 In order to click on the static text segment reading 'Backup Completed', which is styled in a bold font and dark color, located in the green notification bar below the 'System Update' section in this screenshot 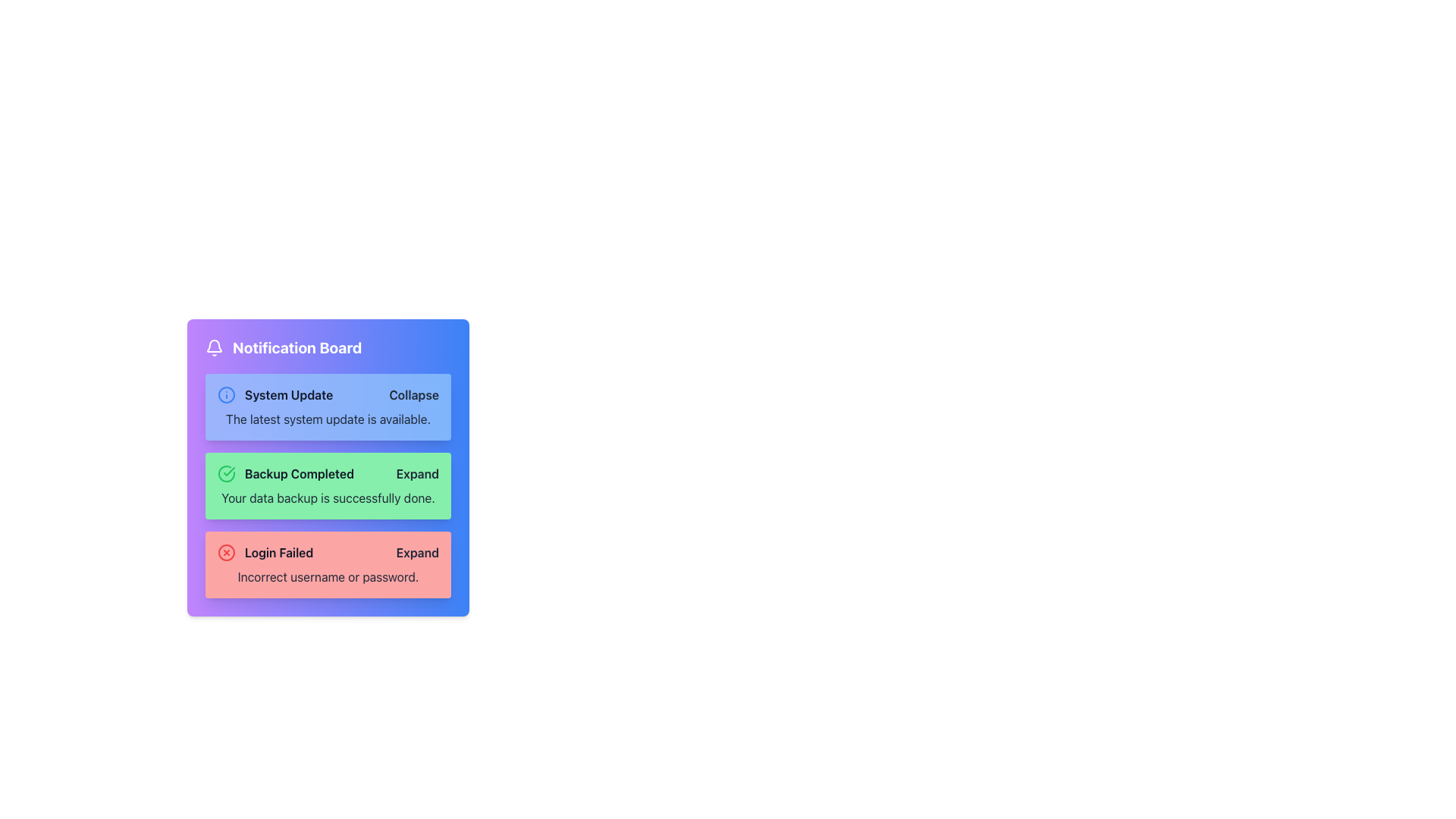, I will do `click(286, 472)`.